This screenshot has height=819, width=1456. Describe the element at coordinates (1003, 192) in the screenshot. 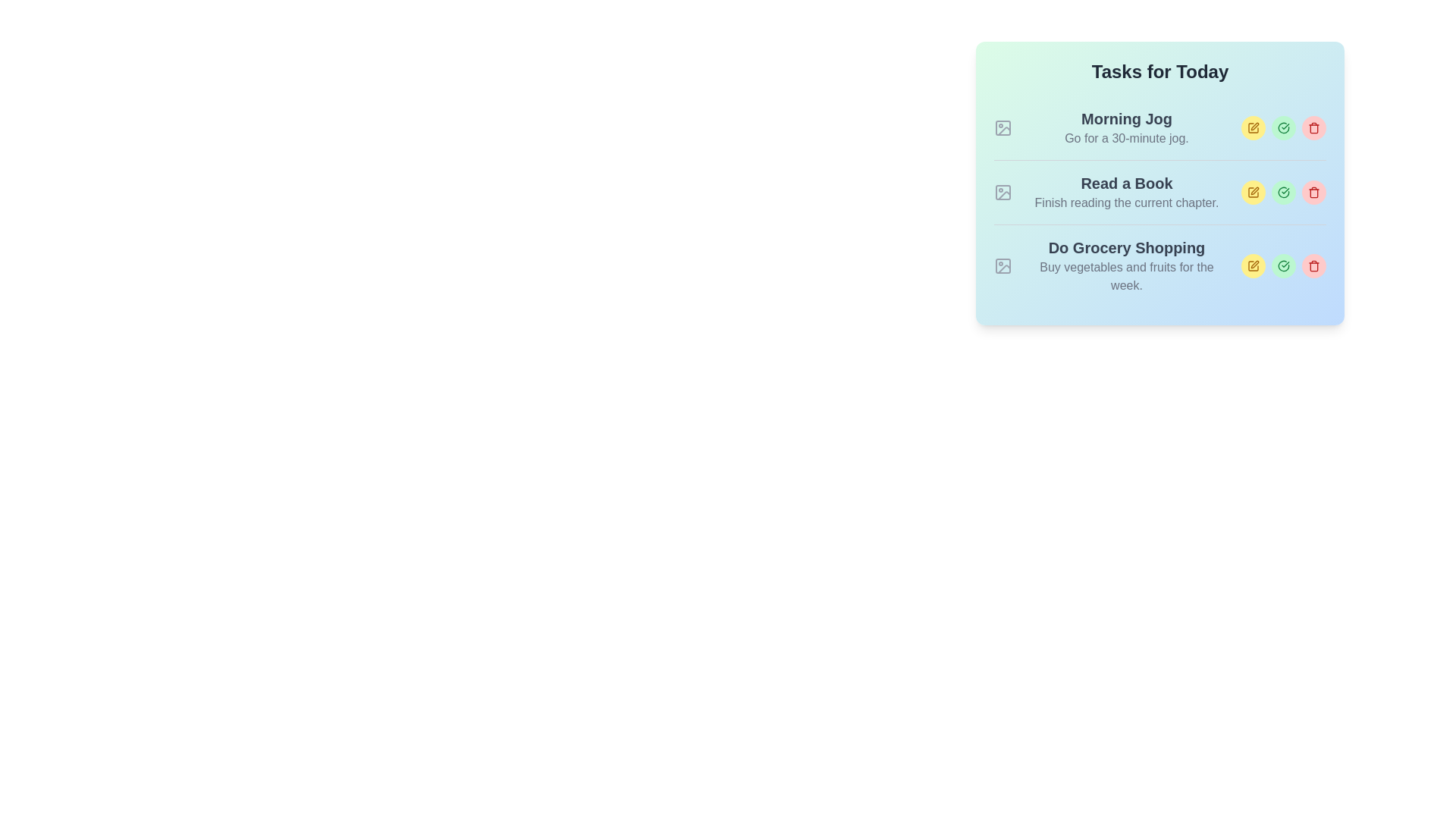

I see `the decorative icon positioned to the left of the 'Read a Book' task in the vertically-stacked list of tasks` at that location.